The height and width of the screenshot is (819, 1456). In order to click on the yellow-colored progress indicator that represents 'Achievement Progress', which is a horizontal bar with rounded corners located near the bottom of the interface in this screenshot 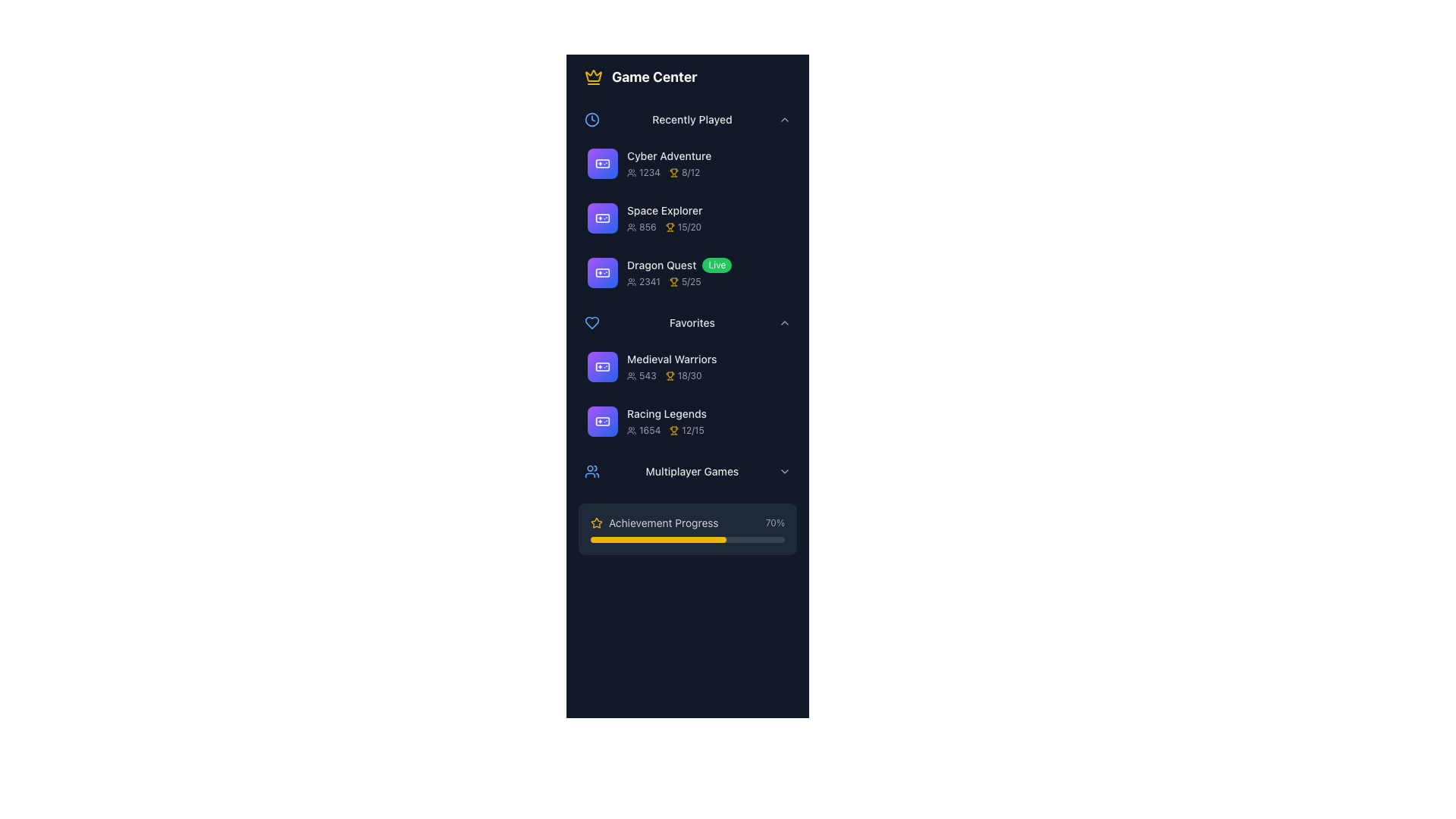, I will do `click(658, 539)`.